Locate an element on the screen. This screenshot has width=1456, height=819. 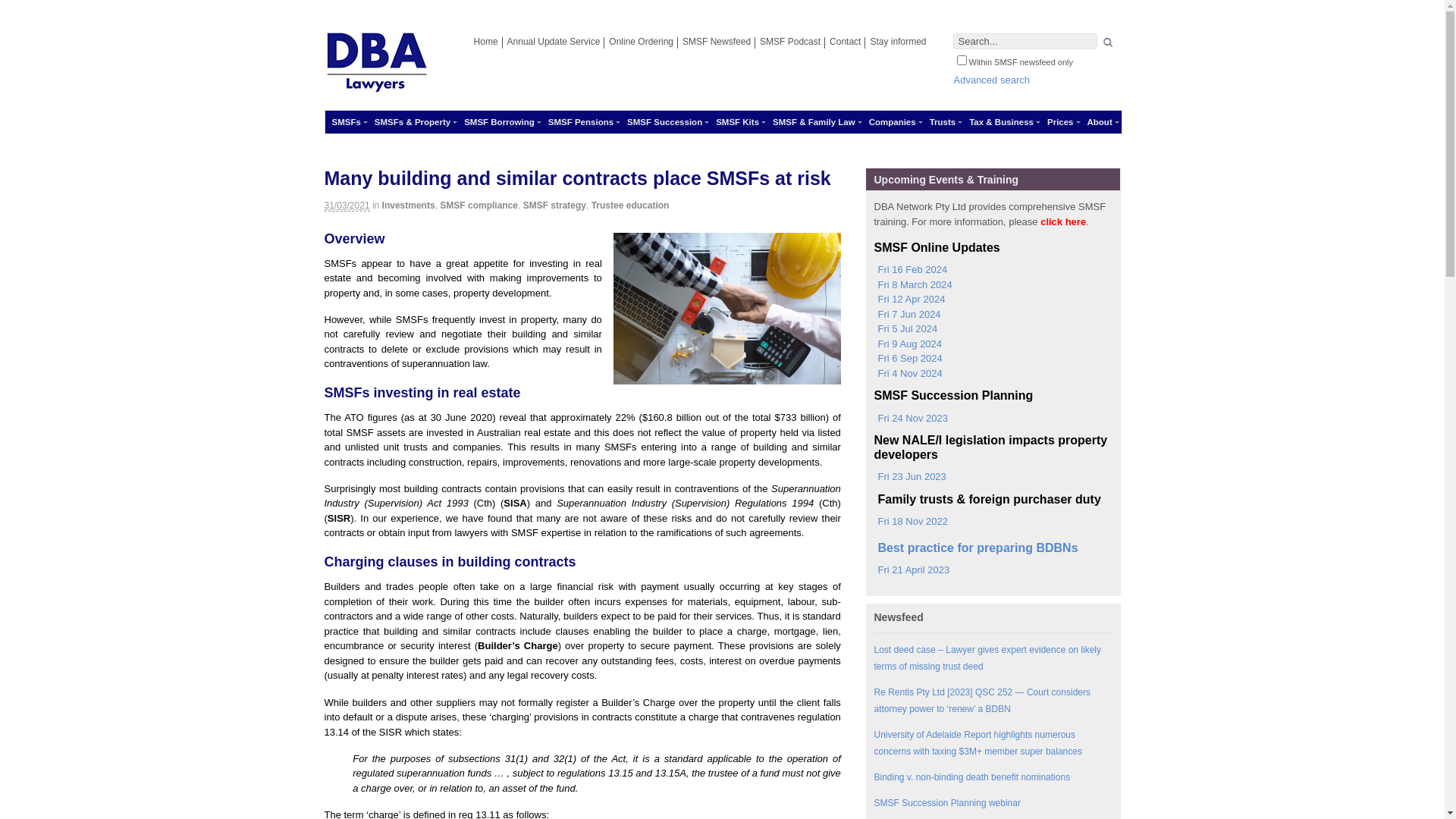
'SMSF Kits' is located at coordinates (737, 121).